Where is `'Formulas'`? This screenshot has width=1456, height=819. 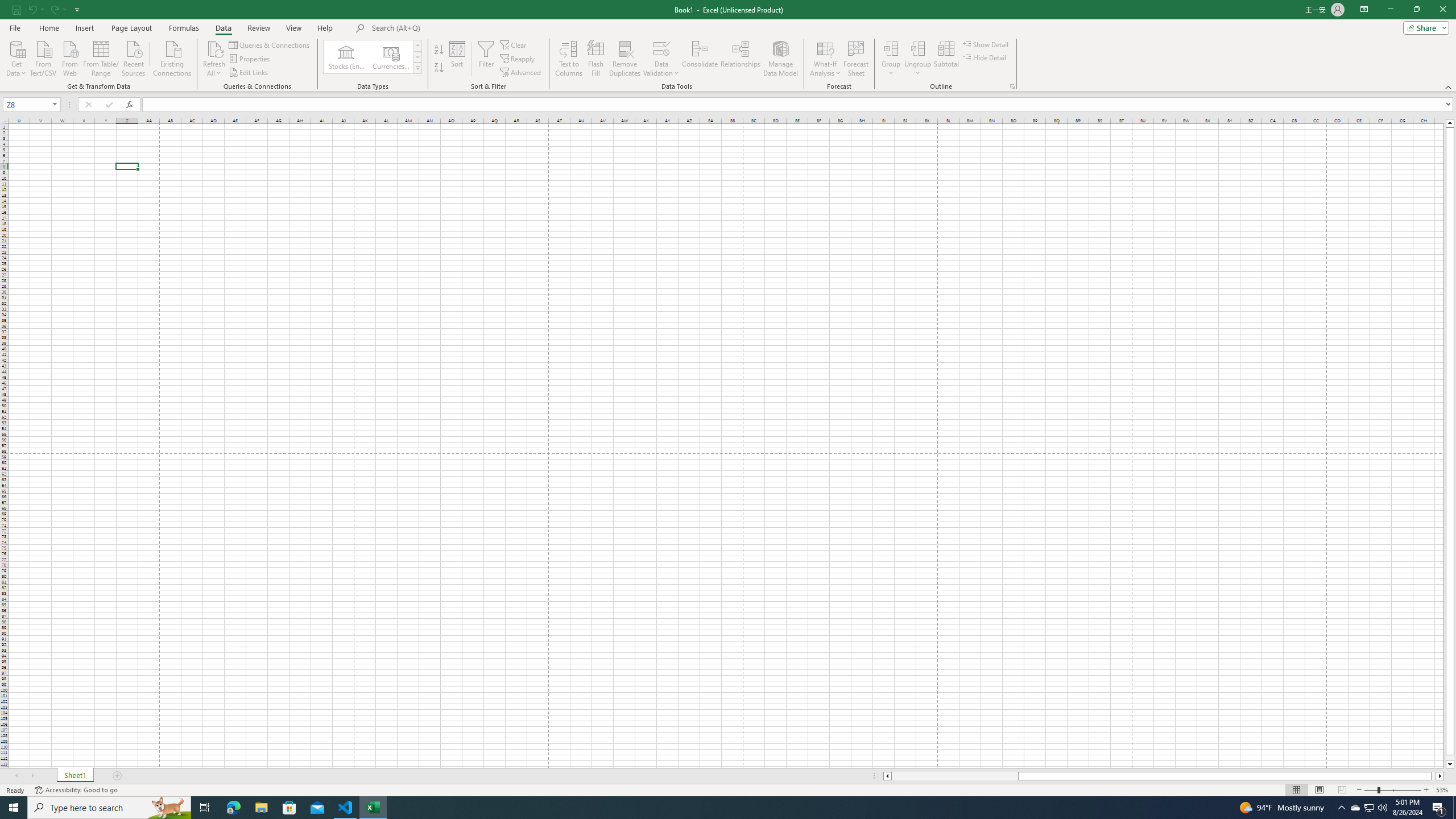
'Formulas' is located at coordinates (185, 28).